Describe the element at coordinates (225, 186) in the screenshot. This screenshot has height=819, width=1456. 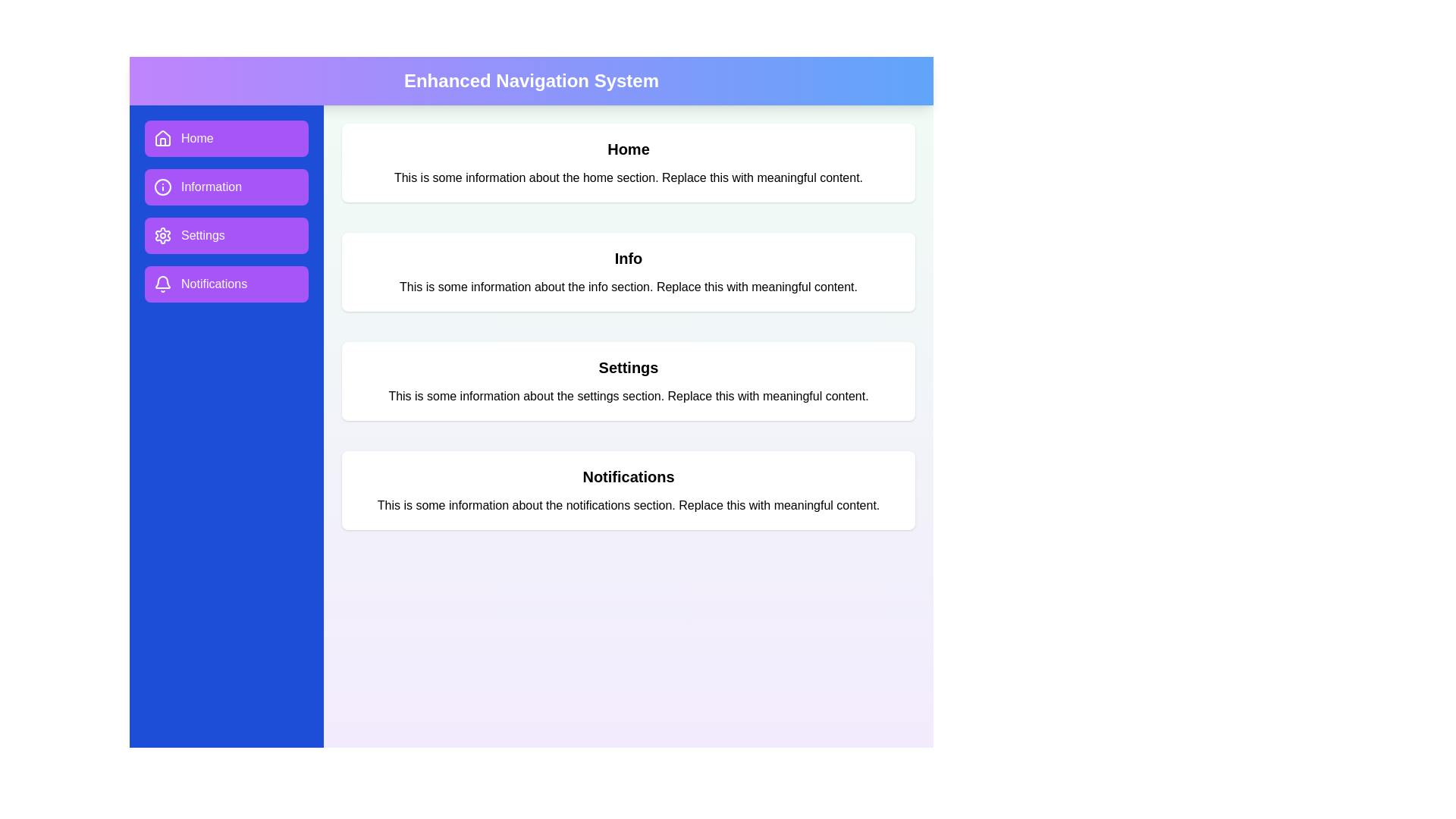
I see `the second navigation button located between the 'Home' button and 'Settings' button` at that location.